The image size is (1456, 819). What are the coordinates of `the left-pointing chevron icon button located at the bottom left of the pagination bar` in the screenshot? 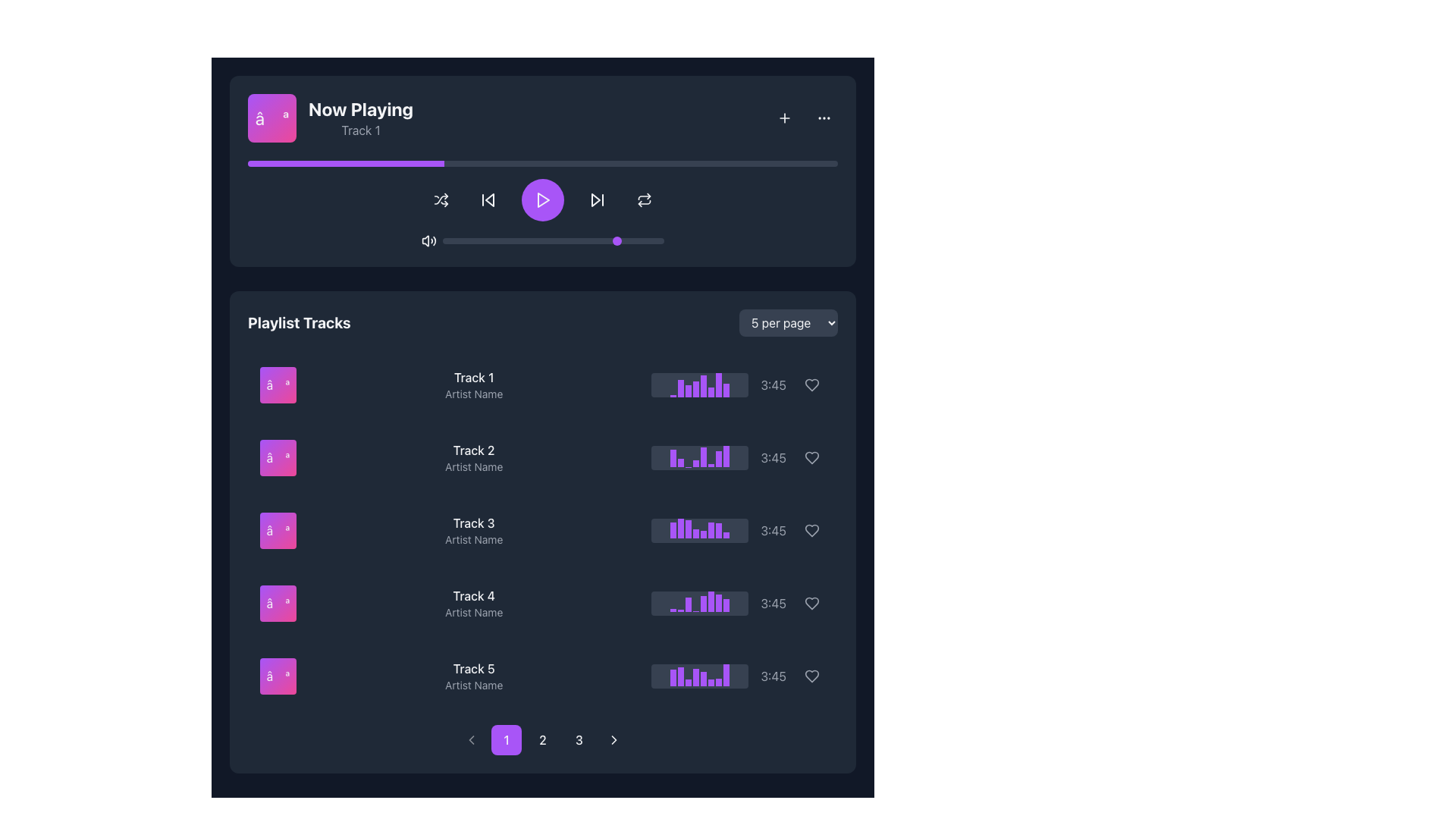 It's located at (471, 739).